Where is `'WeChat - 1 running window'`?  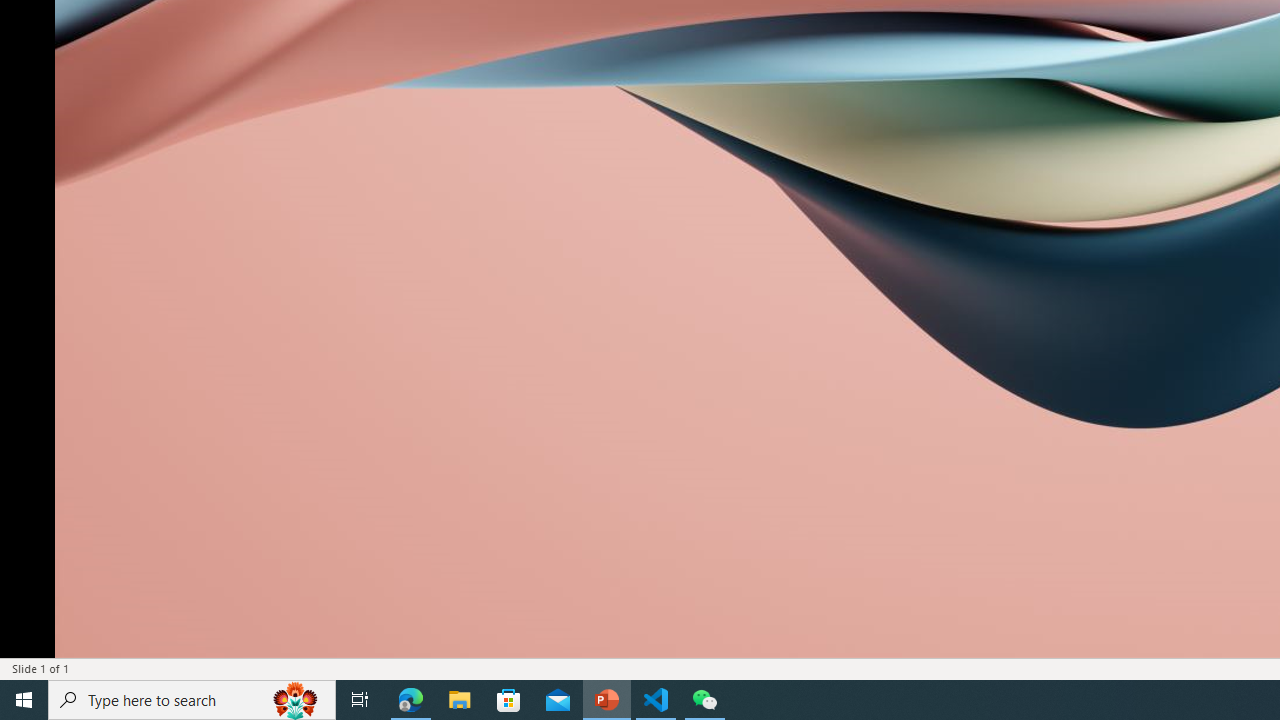 'WeChat - 1 running window' is located at coordinates (705, 698).